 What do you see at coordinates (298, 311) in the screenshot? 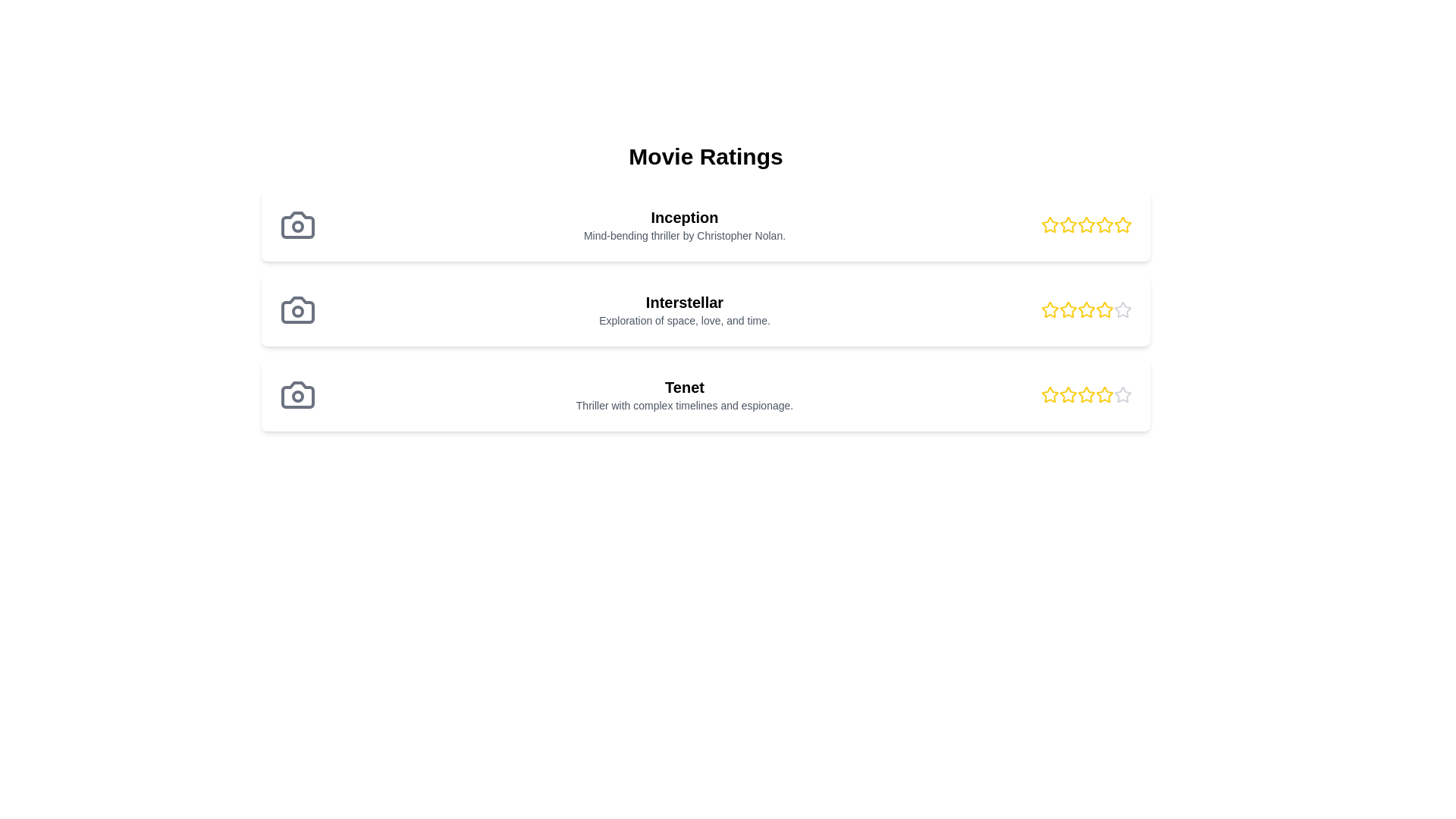
I see `the decorative circle element that is part of the second camera icon in the vertical list, located to the left of the entry labeled 'Interstellar'` at bounding box center [298, 311].